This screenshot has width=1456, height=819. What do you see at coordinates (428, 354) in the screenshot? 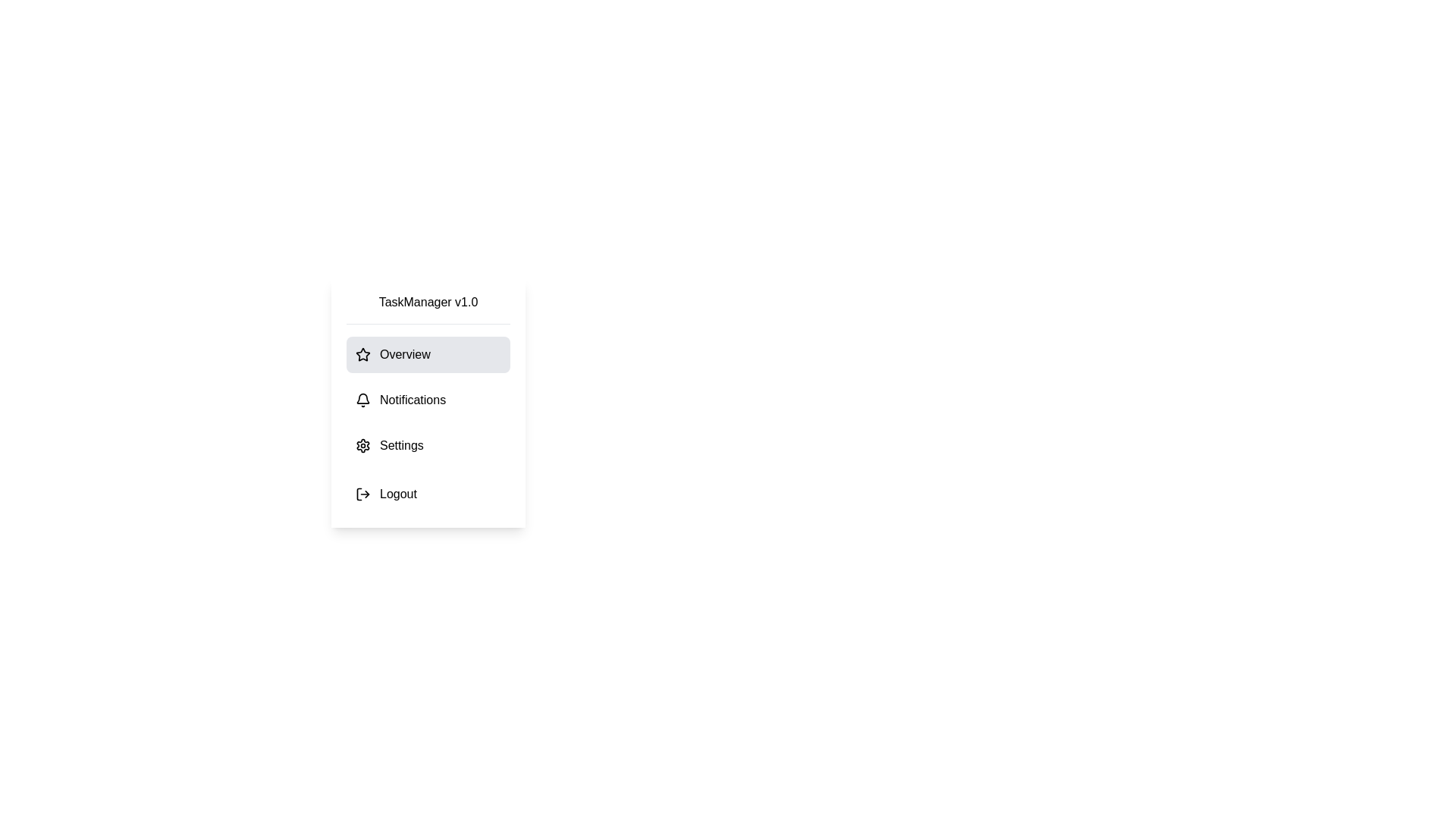
I see `the 'Overview' button, which is a rectangular button with a light gray background and rounded corners, containing black text and a star-shaped icon, positioned in the sidebar below the header 'TaskManager v1.0'` at bounding box center [428, 354].